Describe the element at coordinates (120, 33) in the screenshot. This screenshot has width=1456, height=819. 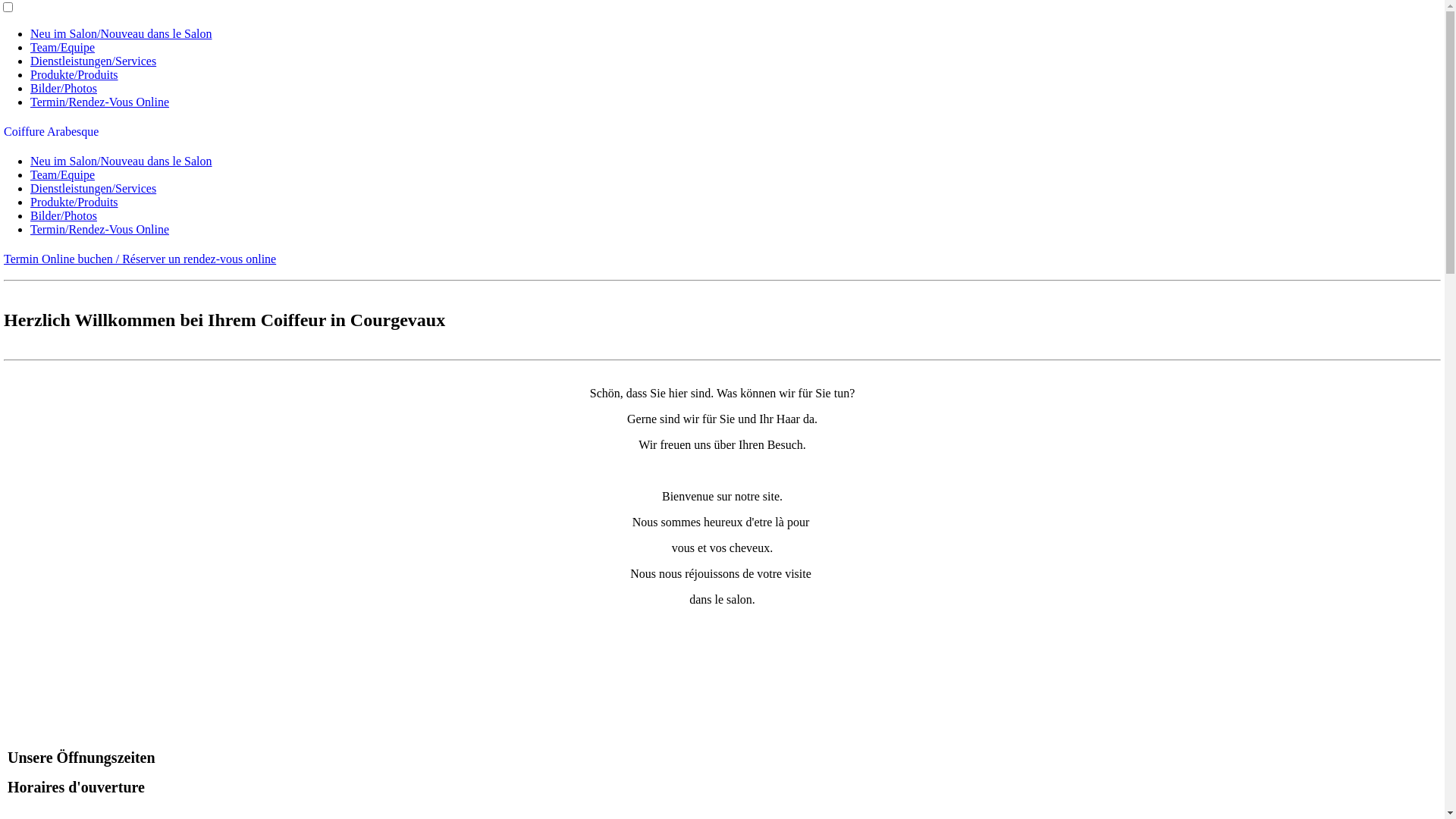
I see `'Neu im Salon/Nouveau dans le Salon'` at that location.